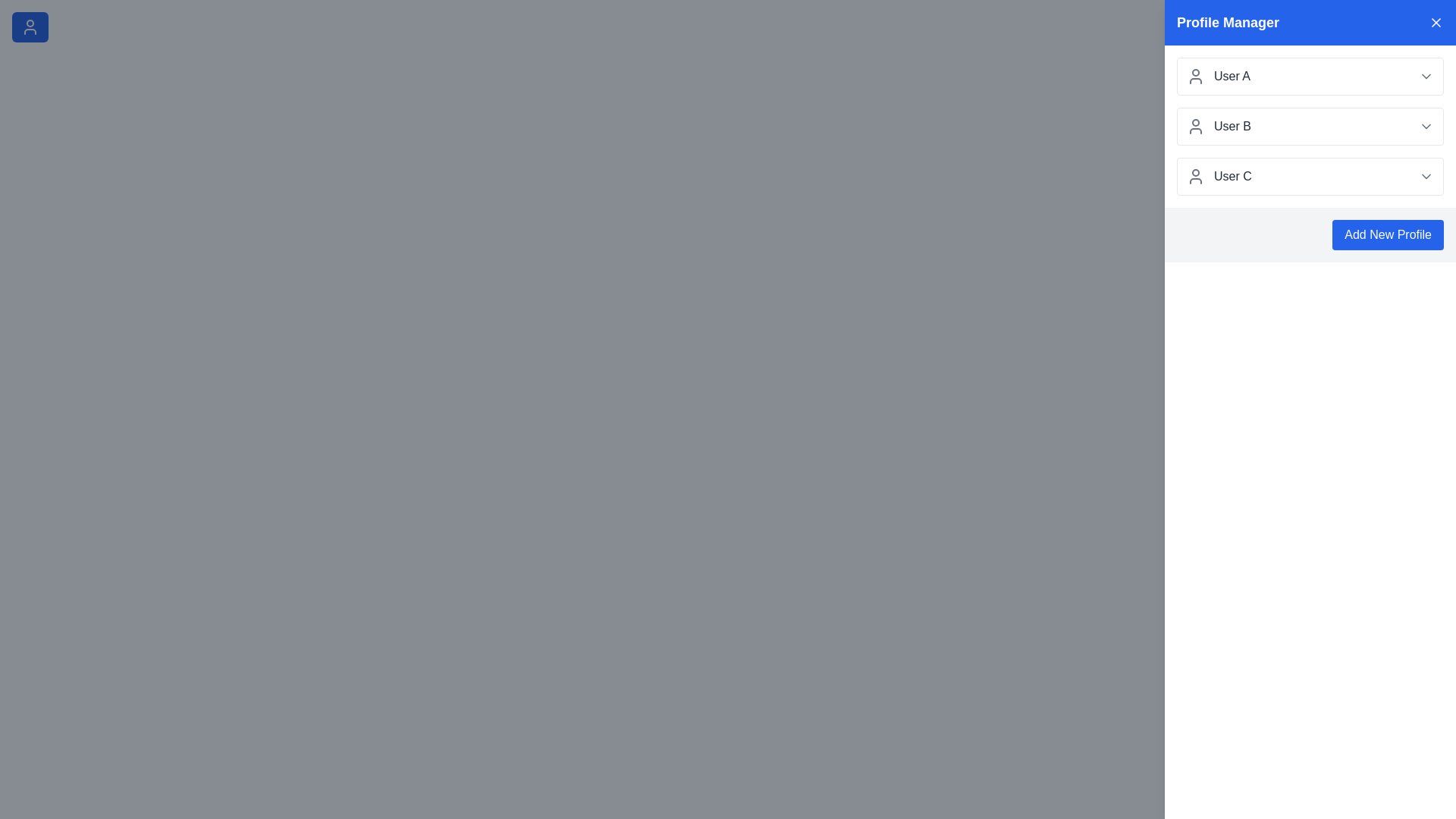  What do you see at coordinates (1426, 175) in the screenshot?
I see `the chevron-down dropdown icon at the end of the 'User C' row` at bounding box center [1426, 175].